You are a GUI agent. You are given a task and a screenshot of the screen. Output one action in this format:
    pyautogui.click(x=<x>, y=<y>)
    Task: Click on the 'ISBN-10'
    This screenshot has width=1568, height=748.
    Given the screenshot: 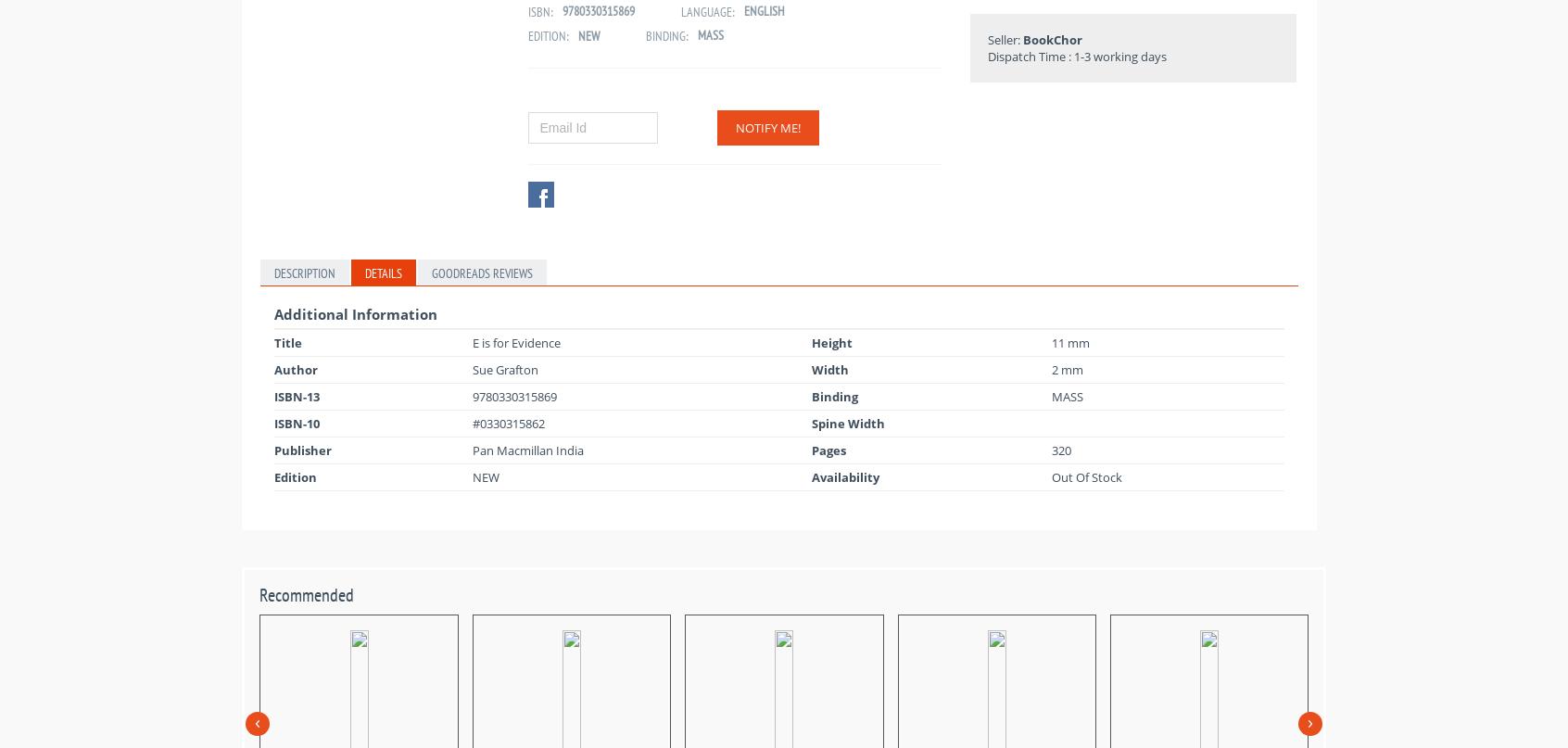 What is the action you would take?
    pyautogui.click(x=296, y=423)
    